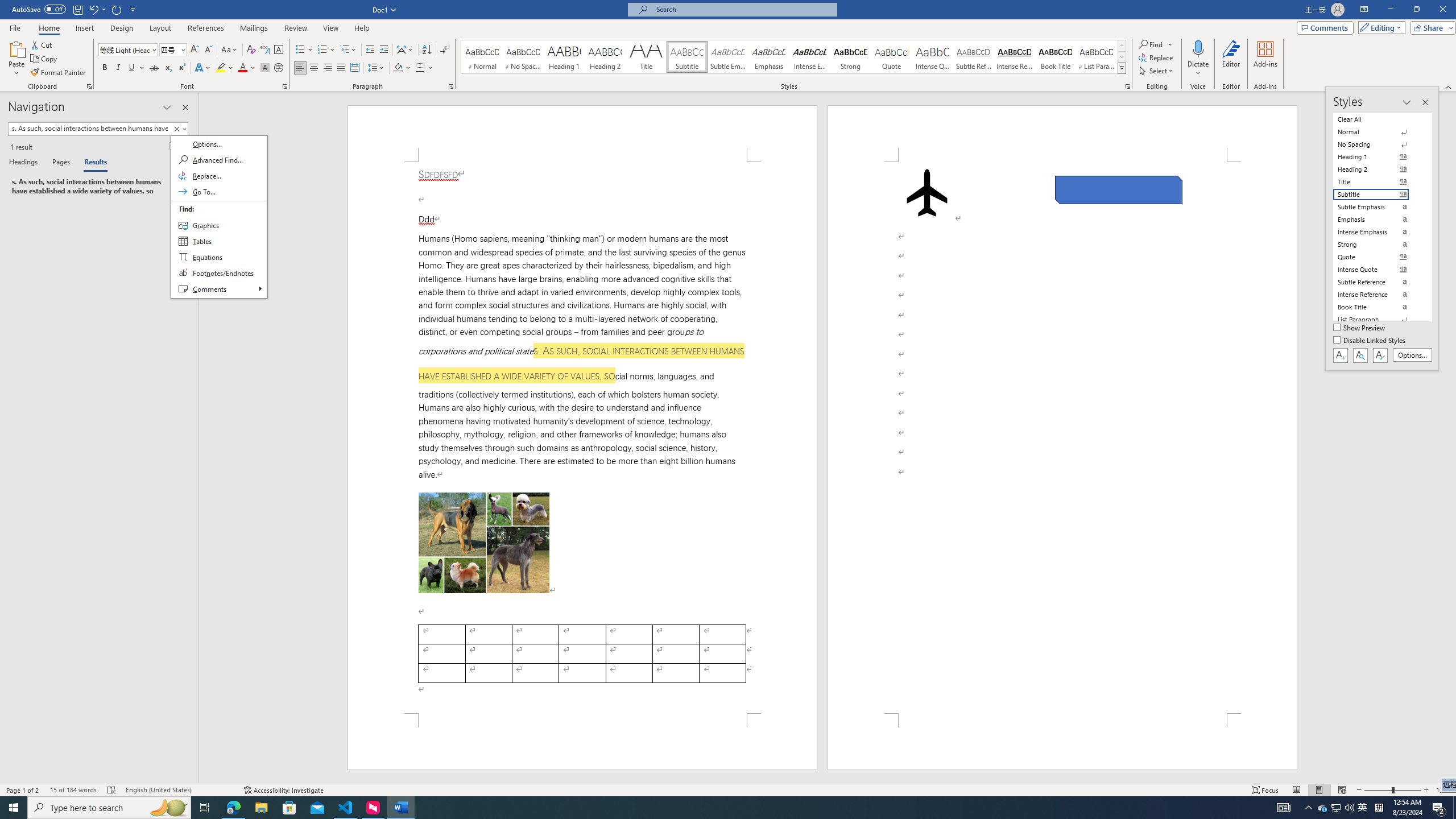 Image resolution: width=1456 pixels, height=819 pixels. I want to click on 'Shrink Font', so click(208, 49).